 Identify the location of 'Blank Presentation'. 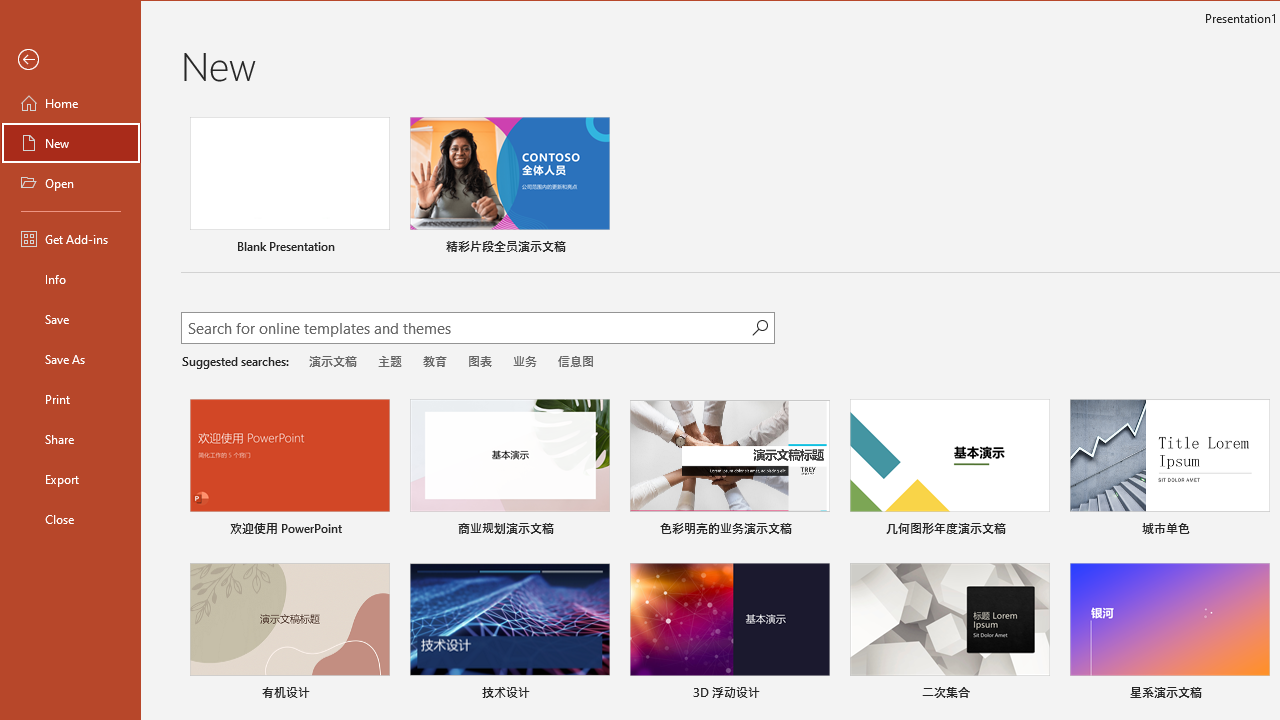
(288, 188).